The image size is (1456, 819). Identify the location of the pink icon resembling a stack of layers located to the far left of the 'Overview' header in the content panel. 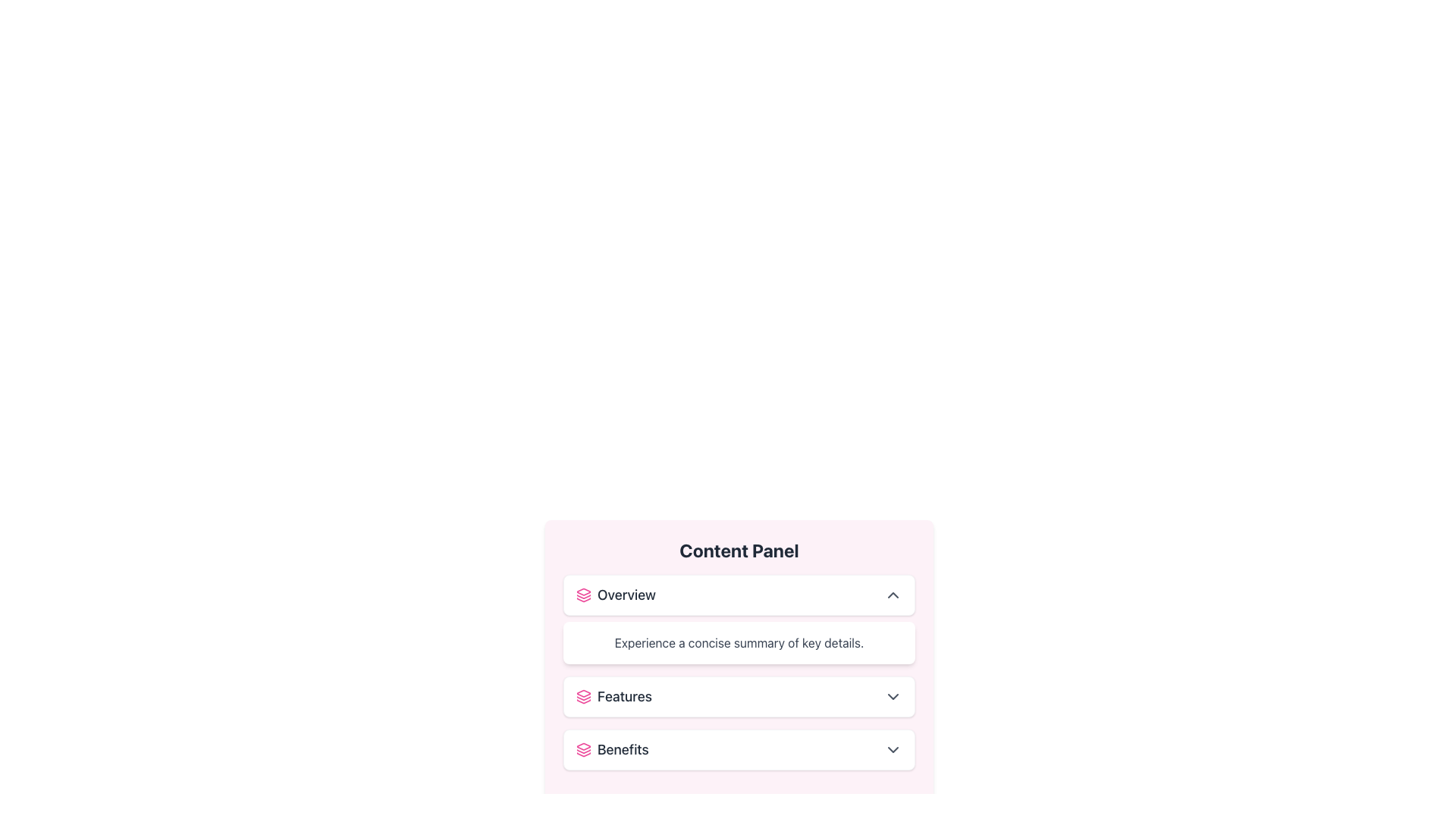
(582, 595).